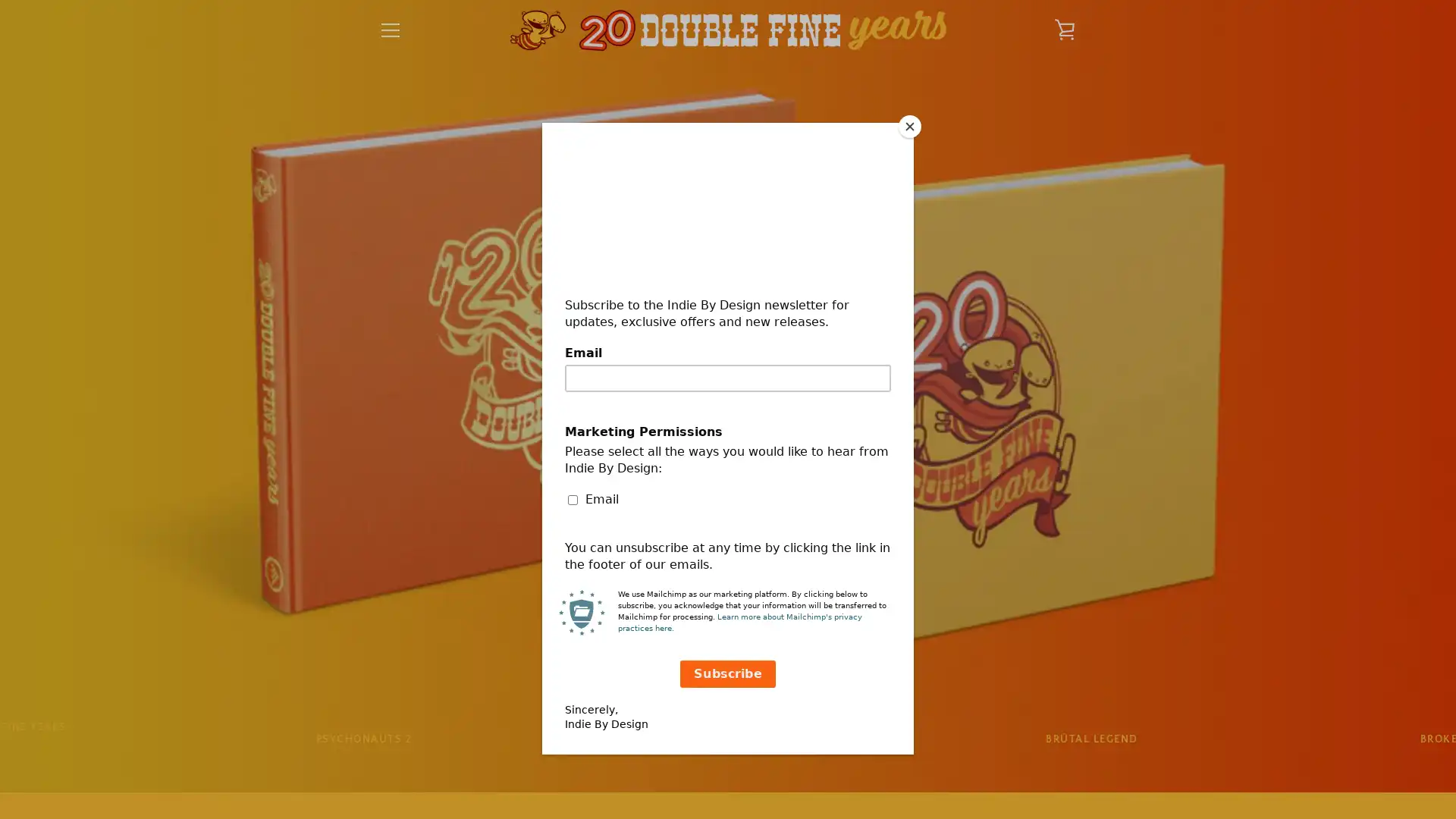  What do you see at coordinates (362, 739) in the screenshot?
I see `SLIDE 2 PSYCHONAUTS 2` at bounding box center [362, 739].